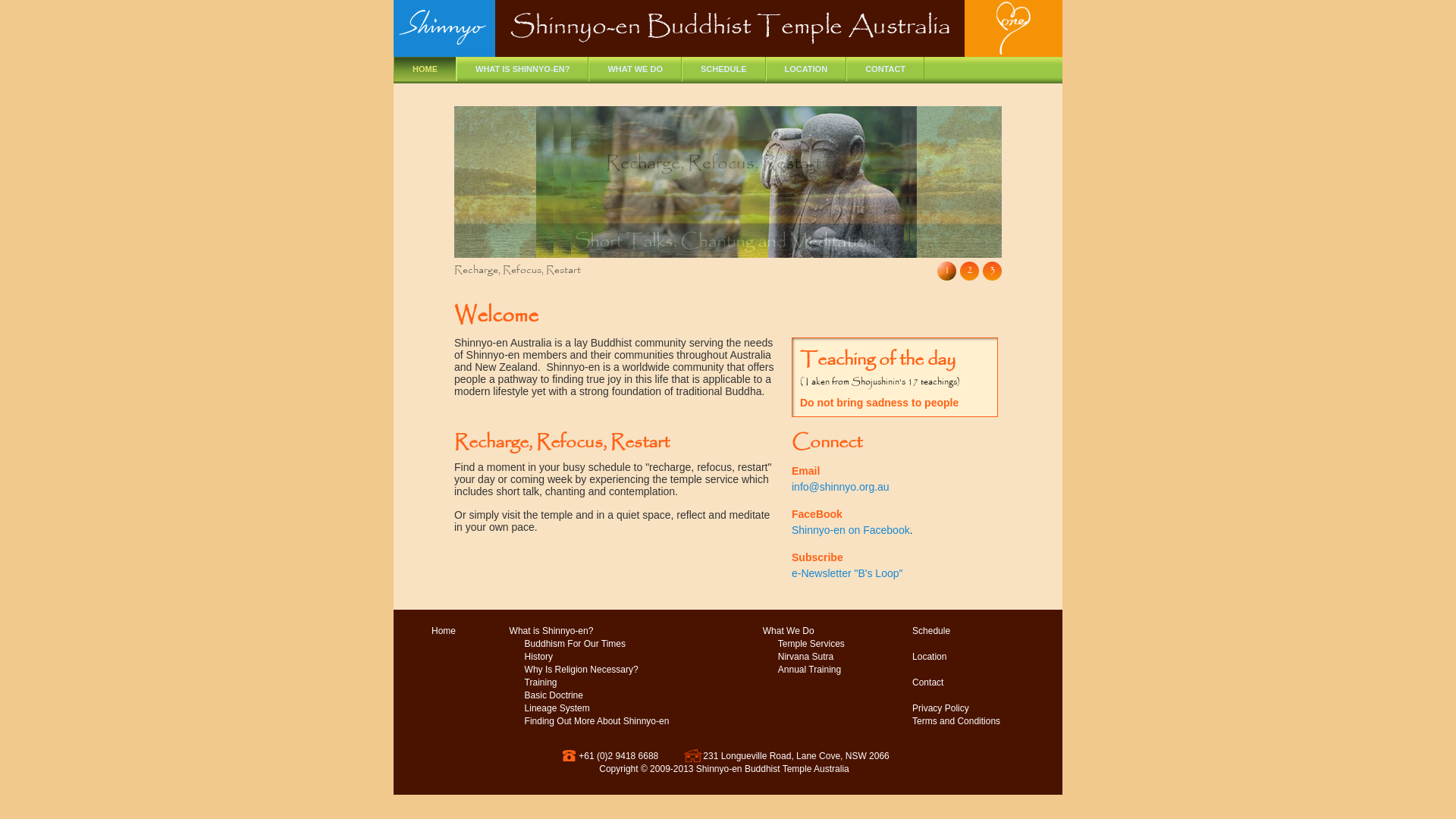 The image size is (1456, 819). What do you see at coordinates (940, 708) in the screenshot?
I see `'Privacy Policy'` at bounding box center [940, 708].